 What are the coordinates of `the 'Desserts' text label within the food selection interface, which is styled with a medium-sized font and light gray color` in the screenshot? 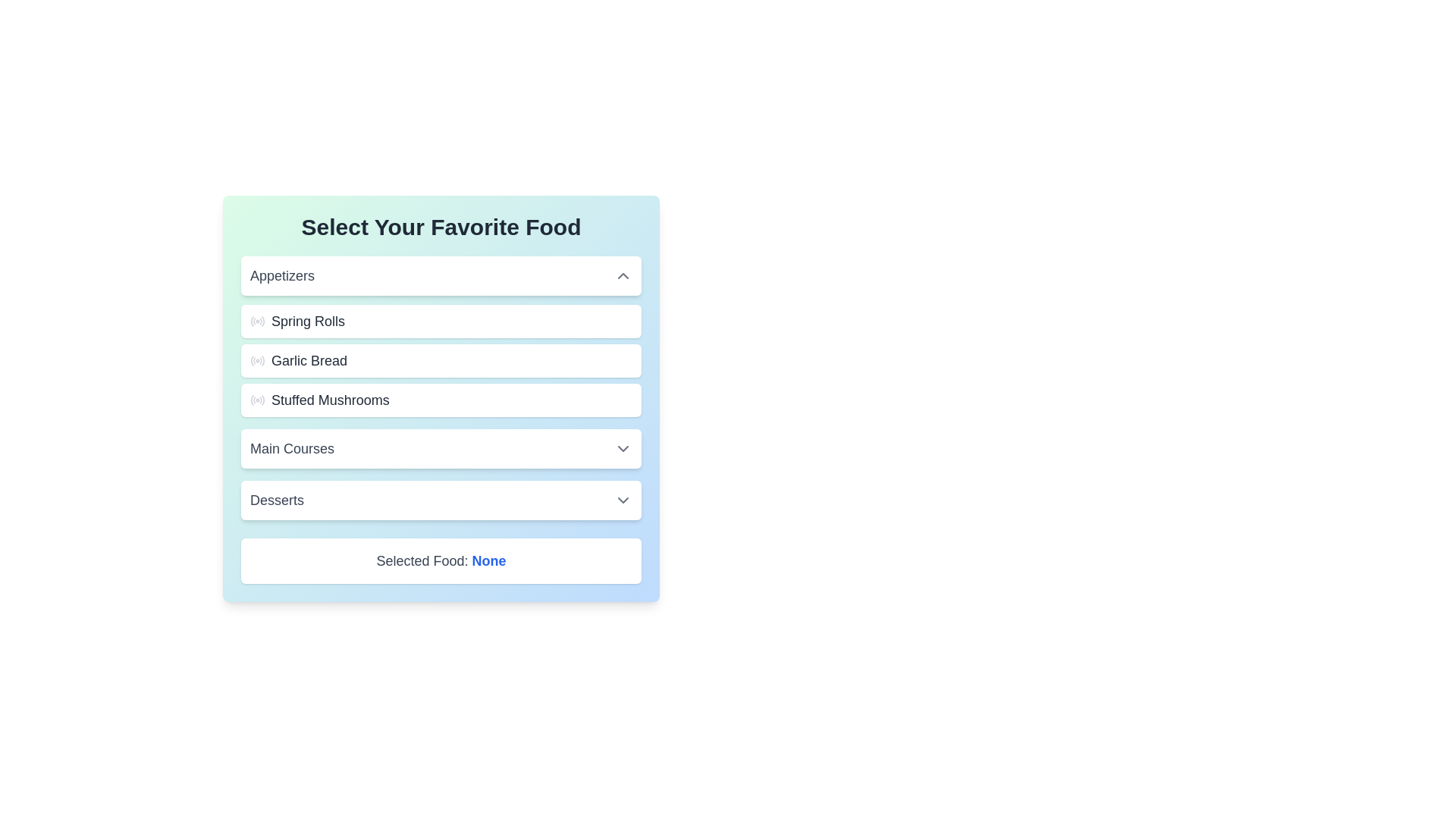 It's located at (277, 500).